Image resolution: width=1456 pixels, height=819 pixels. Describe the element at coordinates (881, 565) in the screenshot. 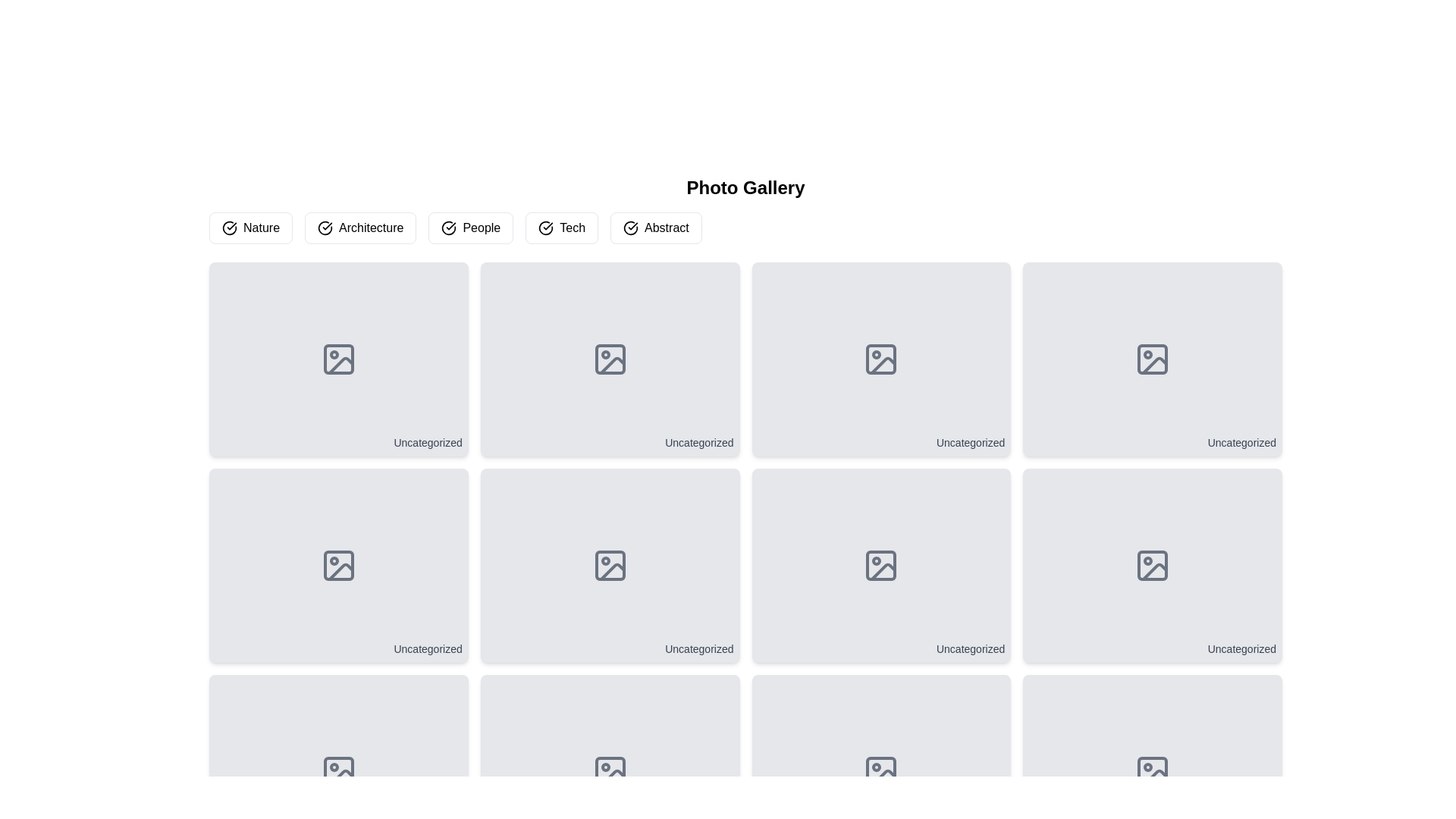

I see `the image placeholder icon located in the third row, fourth column of the grid layout, which has the text 'Uncategorized' below it` at that location.